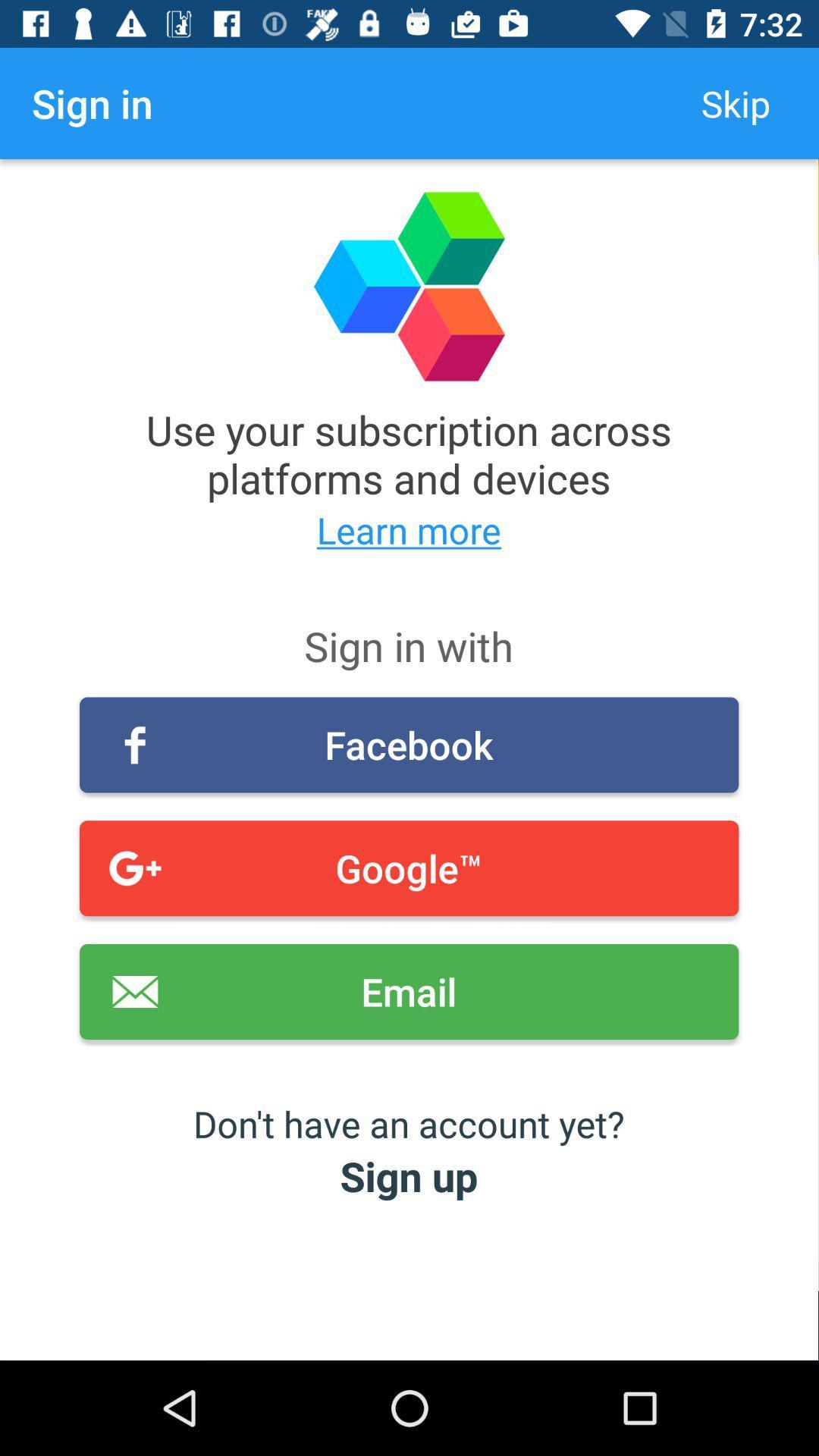 This screenshot has height=1456, width=819. I want to click on the icon above email item, so click(408, 868).